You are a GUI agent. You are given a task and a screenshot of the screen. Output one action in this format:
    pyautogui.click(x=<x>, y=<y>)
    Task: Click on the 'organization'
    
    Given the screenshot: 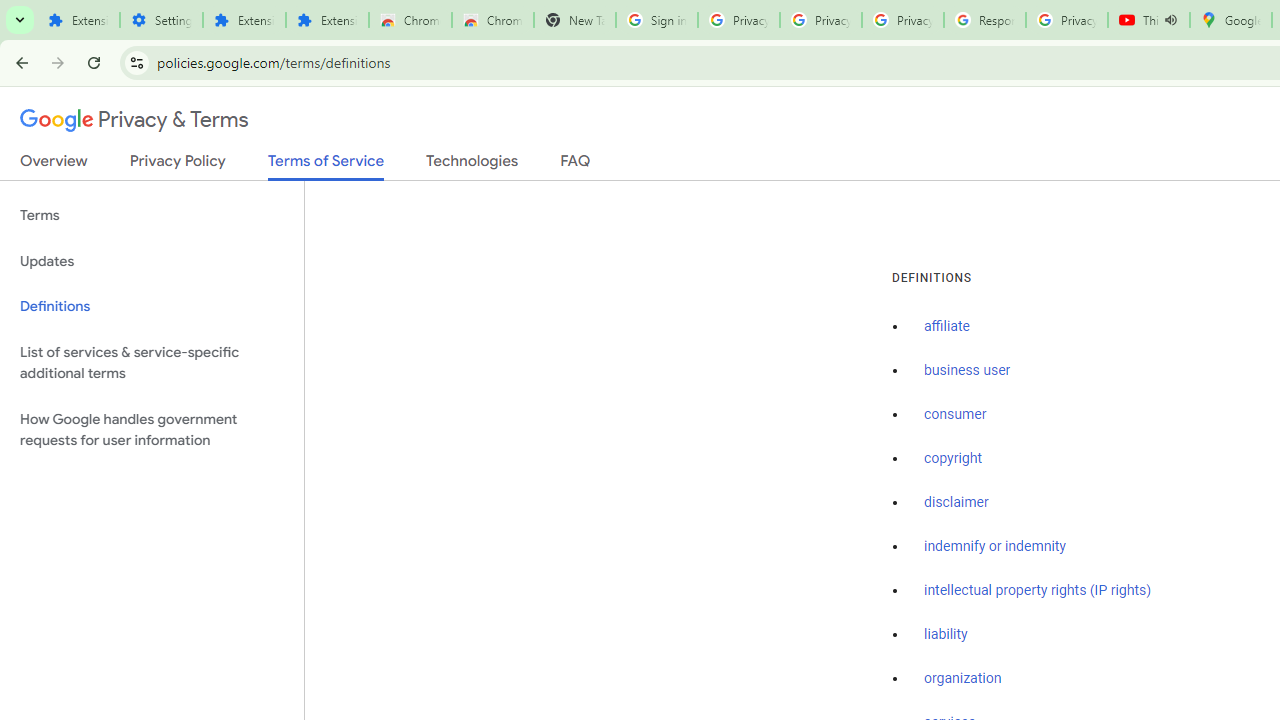 What is the action you would take?
    pyautogui.click(x=963, y=678)
    